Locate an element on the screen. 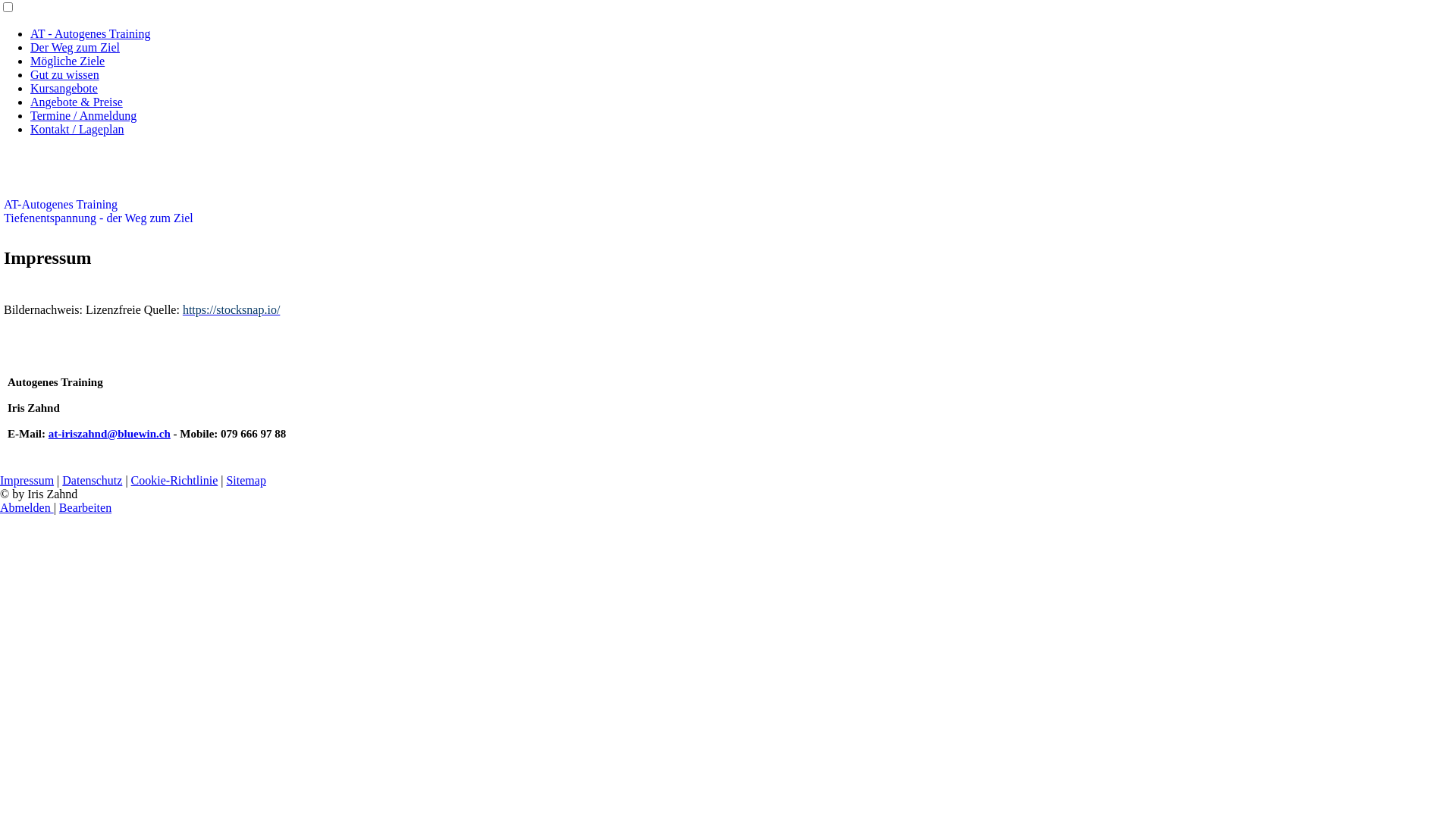  'Angebote & Preise' is located at coordinates (75, 102).